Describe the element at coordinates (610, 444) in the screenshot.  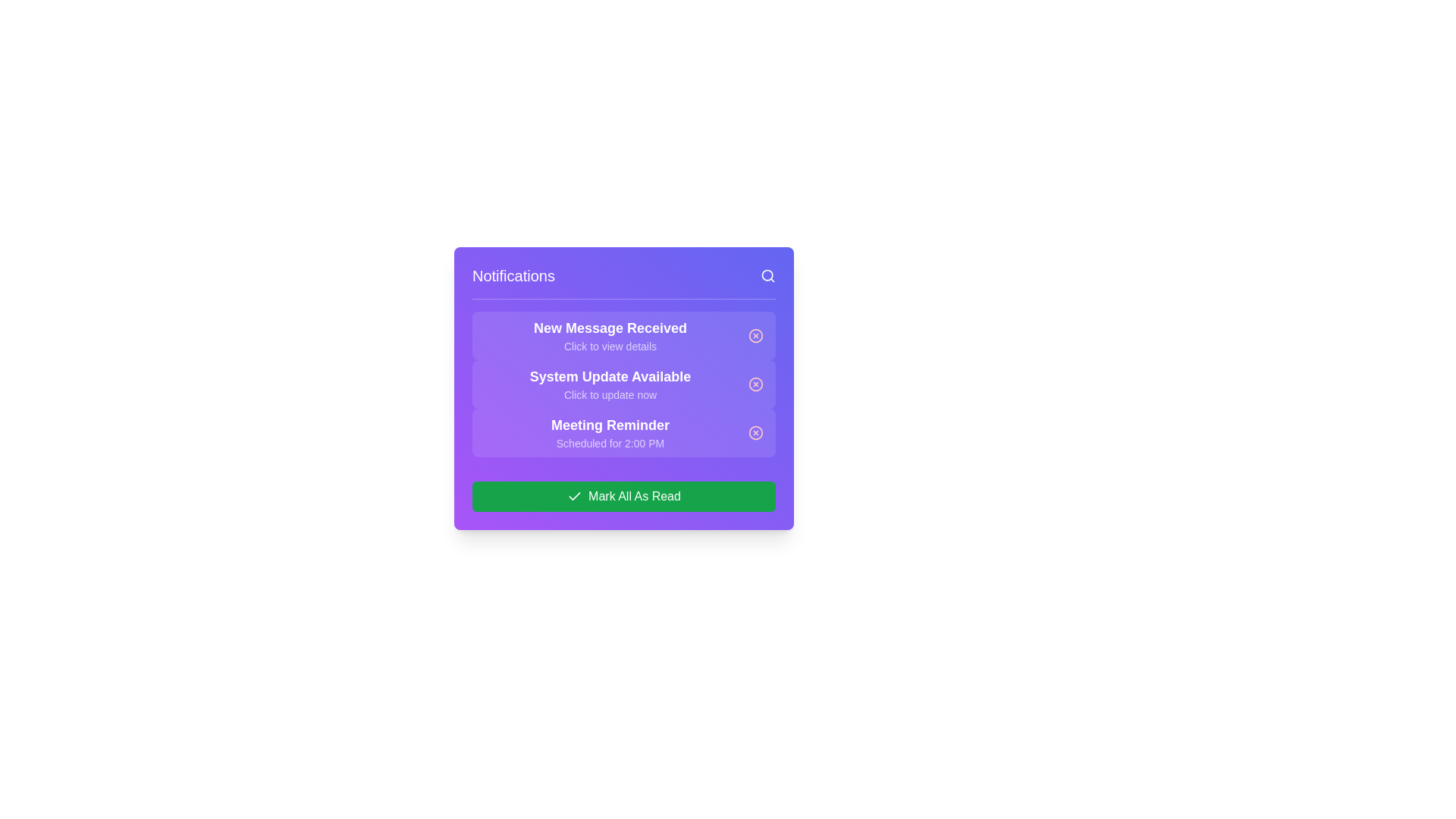
I see `information displayed in the text element that shows 'Scheduled for 2:00 PM', which is located below the 'Meeting Reminder' label in a purple notification box` at that location.